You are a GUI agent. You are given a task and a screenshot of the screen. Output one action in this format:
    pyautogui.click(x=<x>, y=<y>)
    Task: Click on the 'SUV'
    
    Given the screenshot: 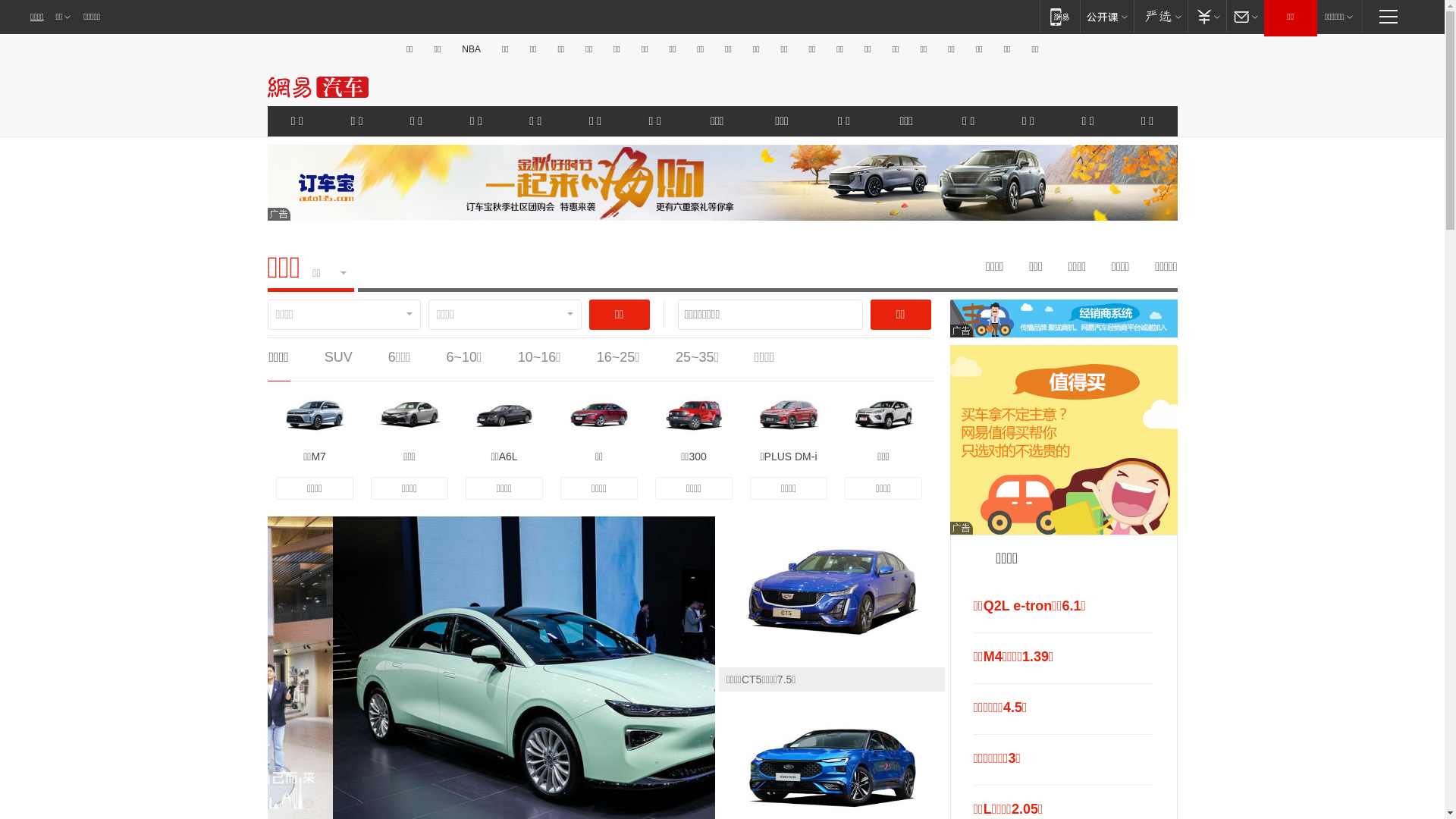 What is the action you would take?
    pyautogui.click(x=323, y=356)
    